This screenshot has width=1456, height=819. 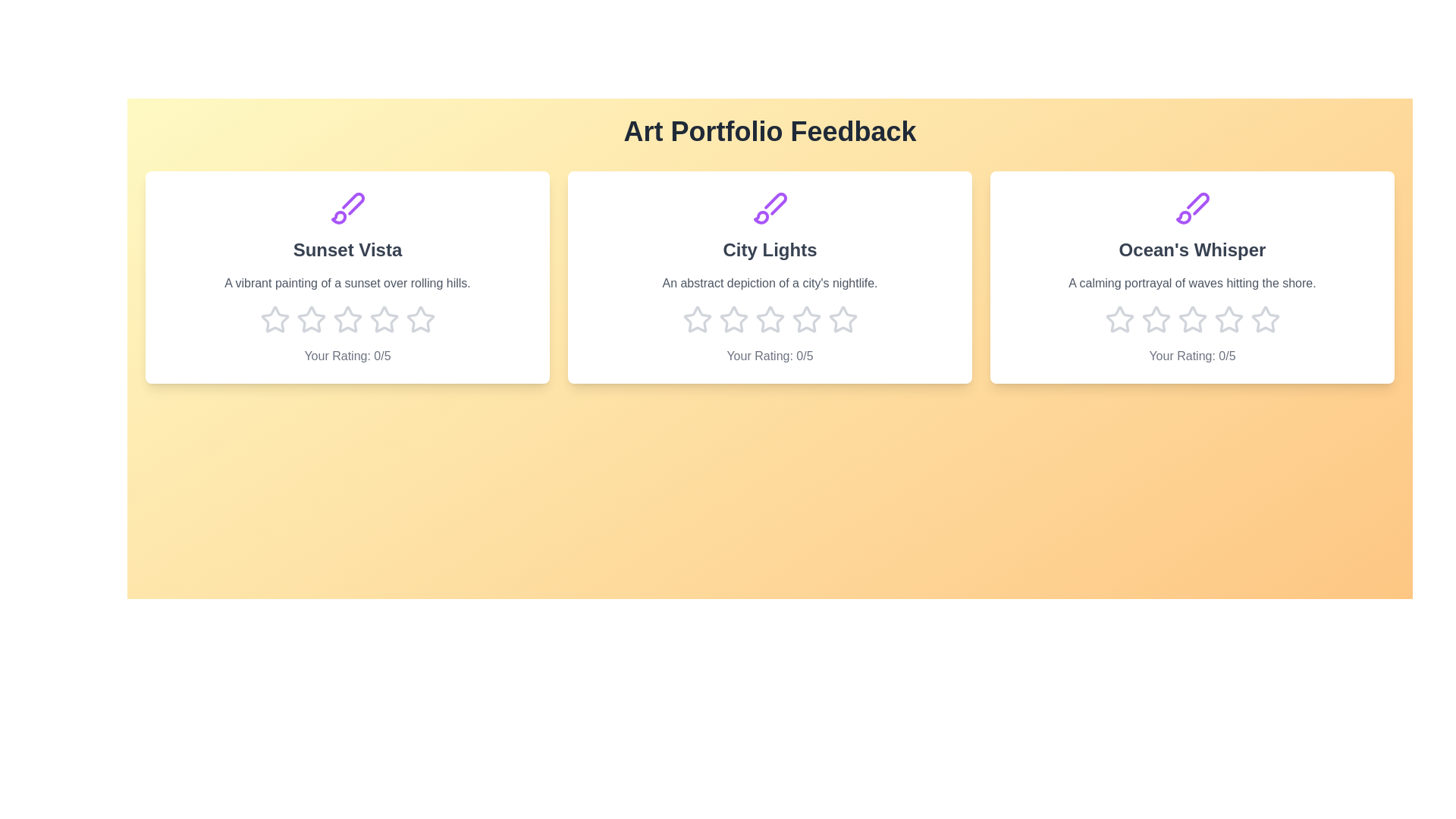 What do you see at coordinates (275, 318) in the screenshot?
I see `the star corresponding to 1 stars for the artwork titled 'Sunset Vista'` at bounding box center [275, 318].